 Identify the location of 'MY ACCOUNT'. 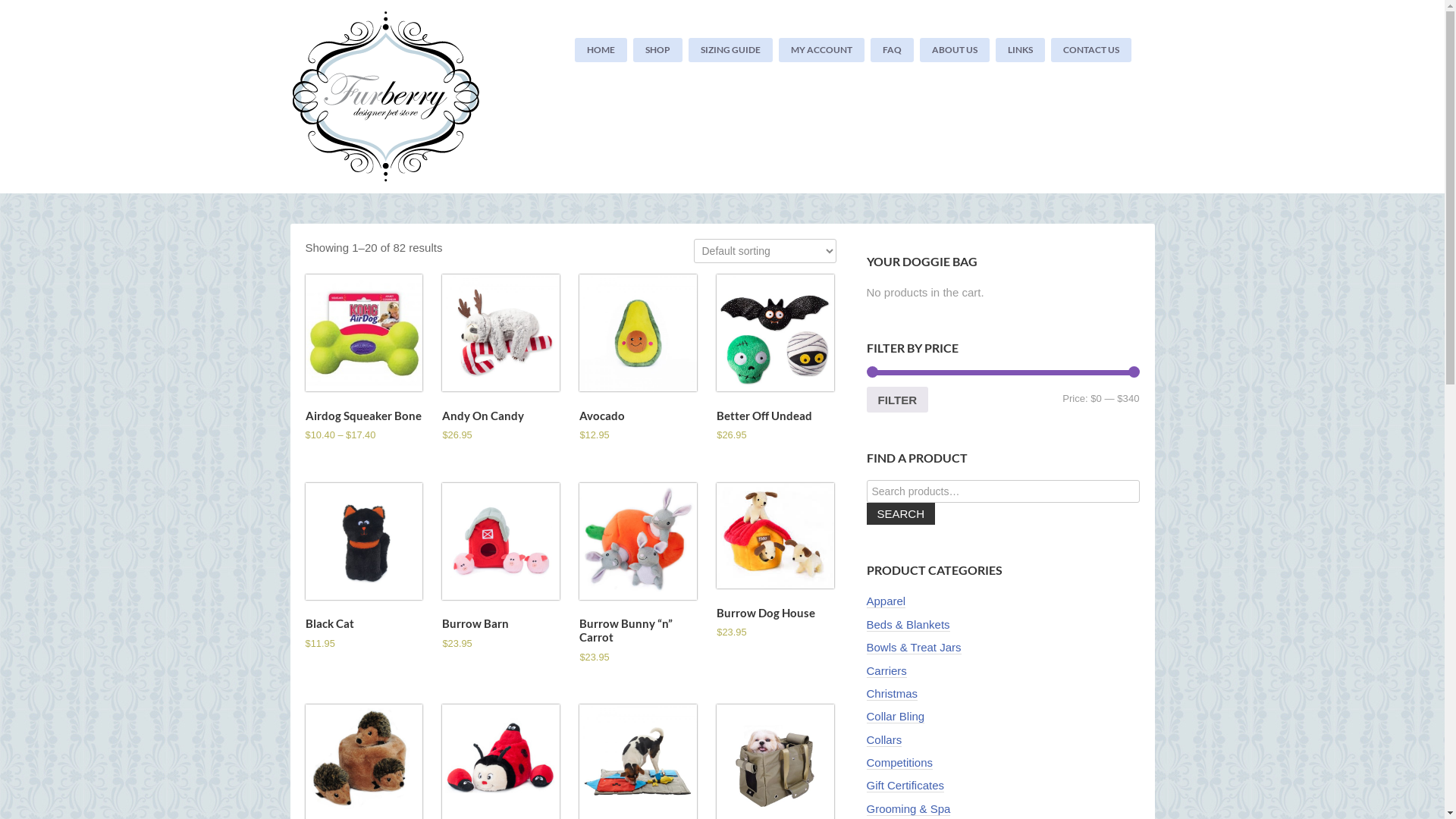
(821, 49).